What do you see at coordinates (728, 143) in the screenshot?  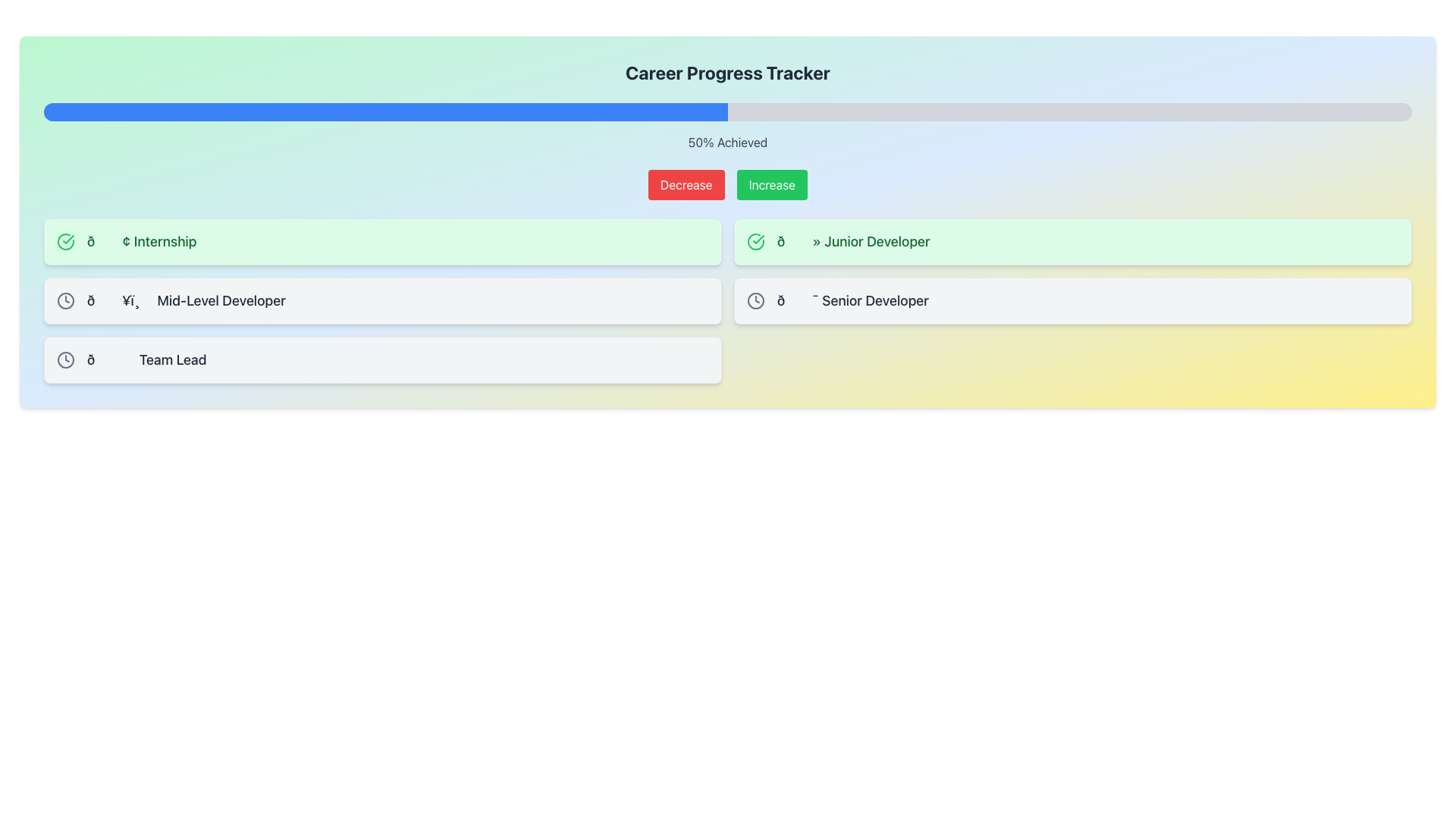 I see `the centered text block containing the phrase '50% Achieved', which is styled with a gray font and positioned within a colored gradient background` at bounding box center [728, 143].